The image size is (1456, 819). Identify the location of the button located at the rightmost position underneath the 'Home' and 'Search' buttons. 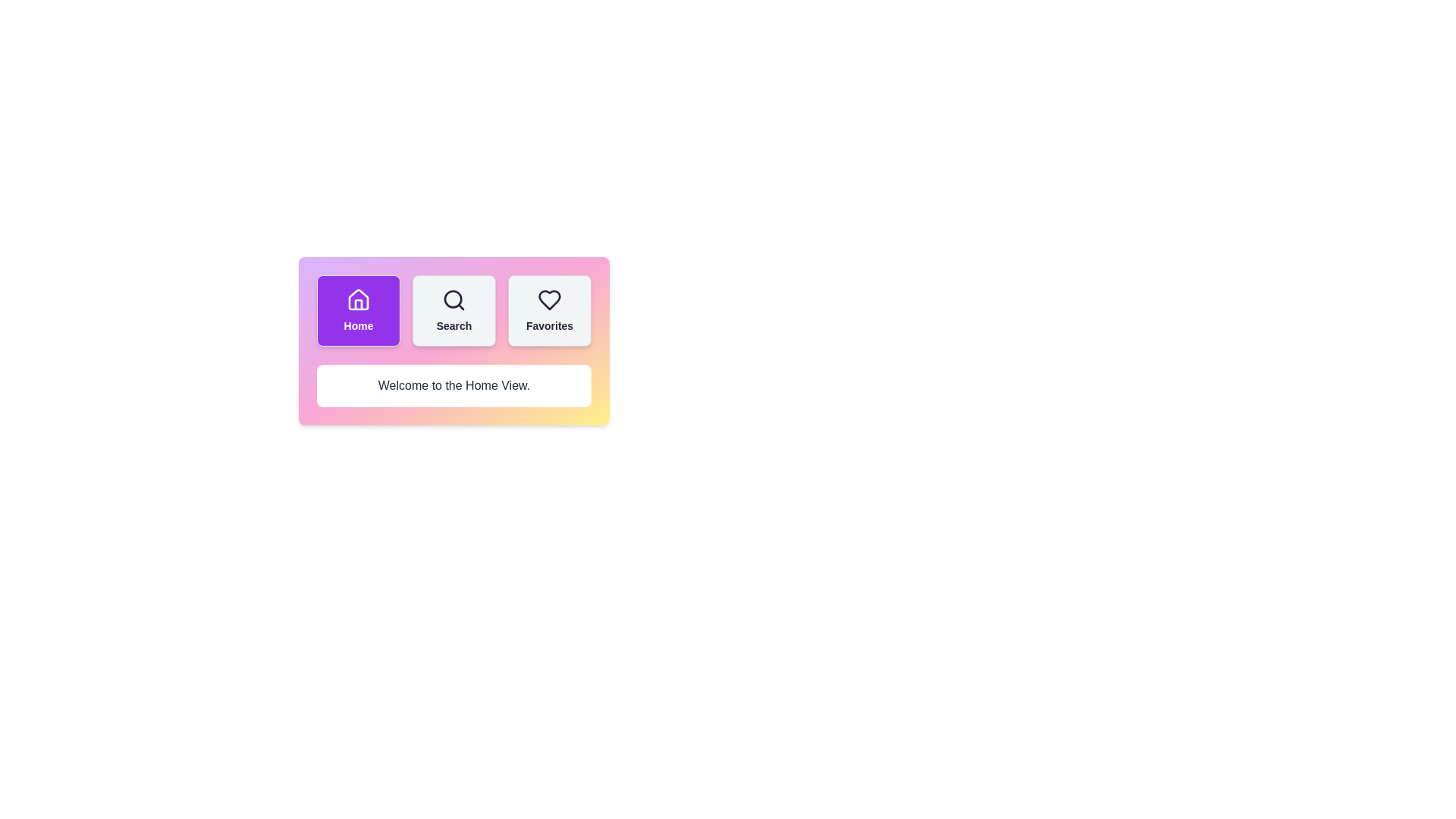
(548, 309).